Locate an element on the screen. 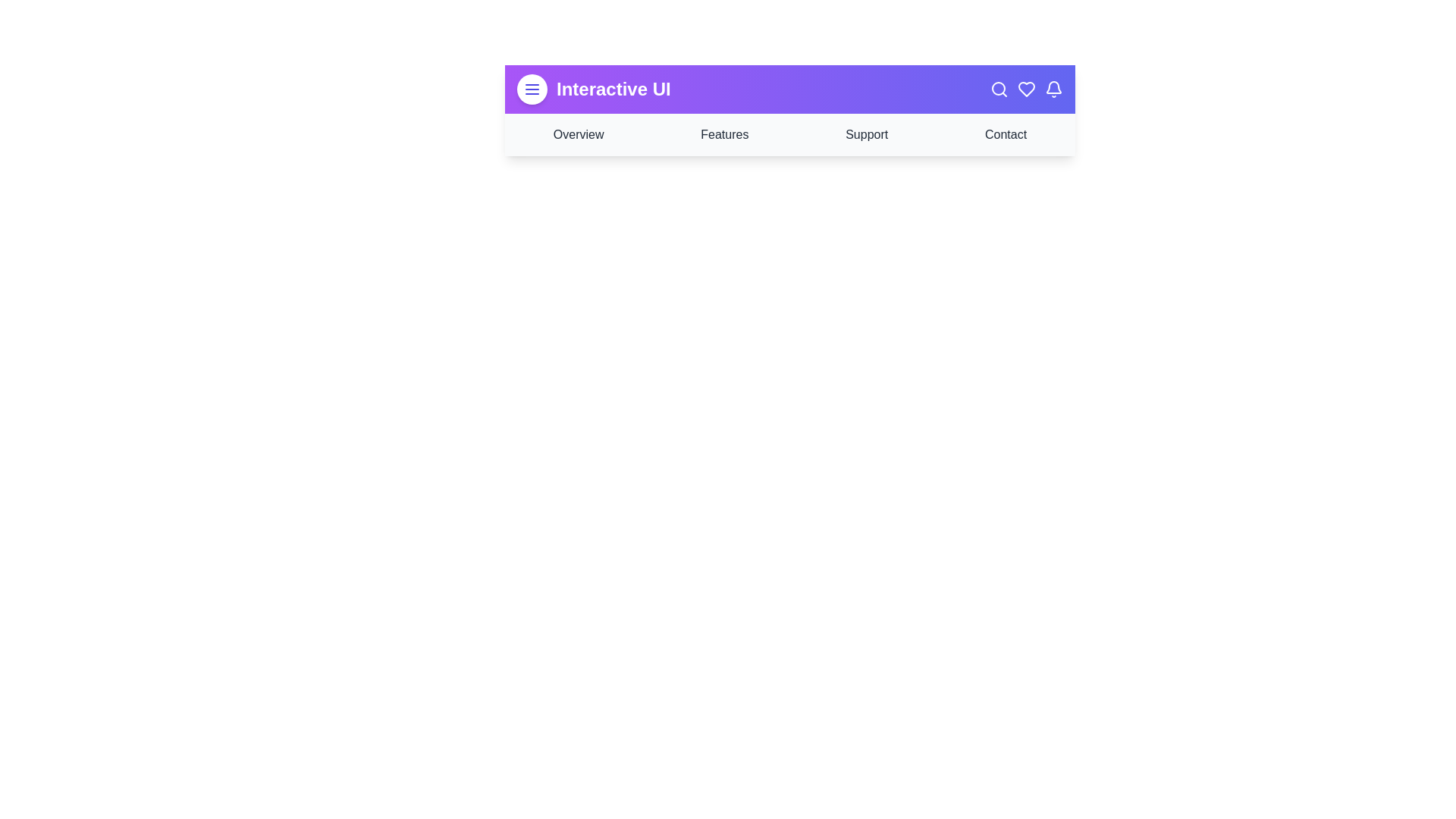 This screenshot has width=1456, height=819. the search icon in the app bar is located at coordinates (999, 89).